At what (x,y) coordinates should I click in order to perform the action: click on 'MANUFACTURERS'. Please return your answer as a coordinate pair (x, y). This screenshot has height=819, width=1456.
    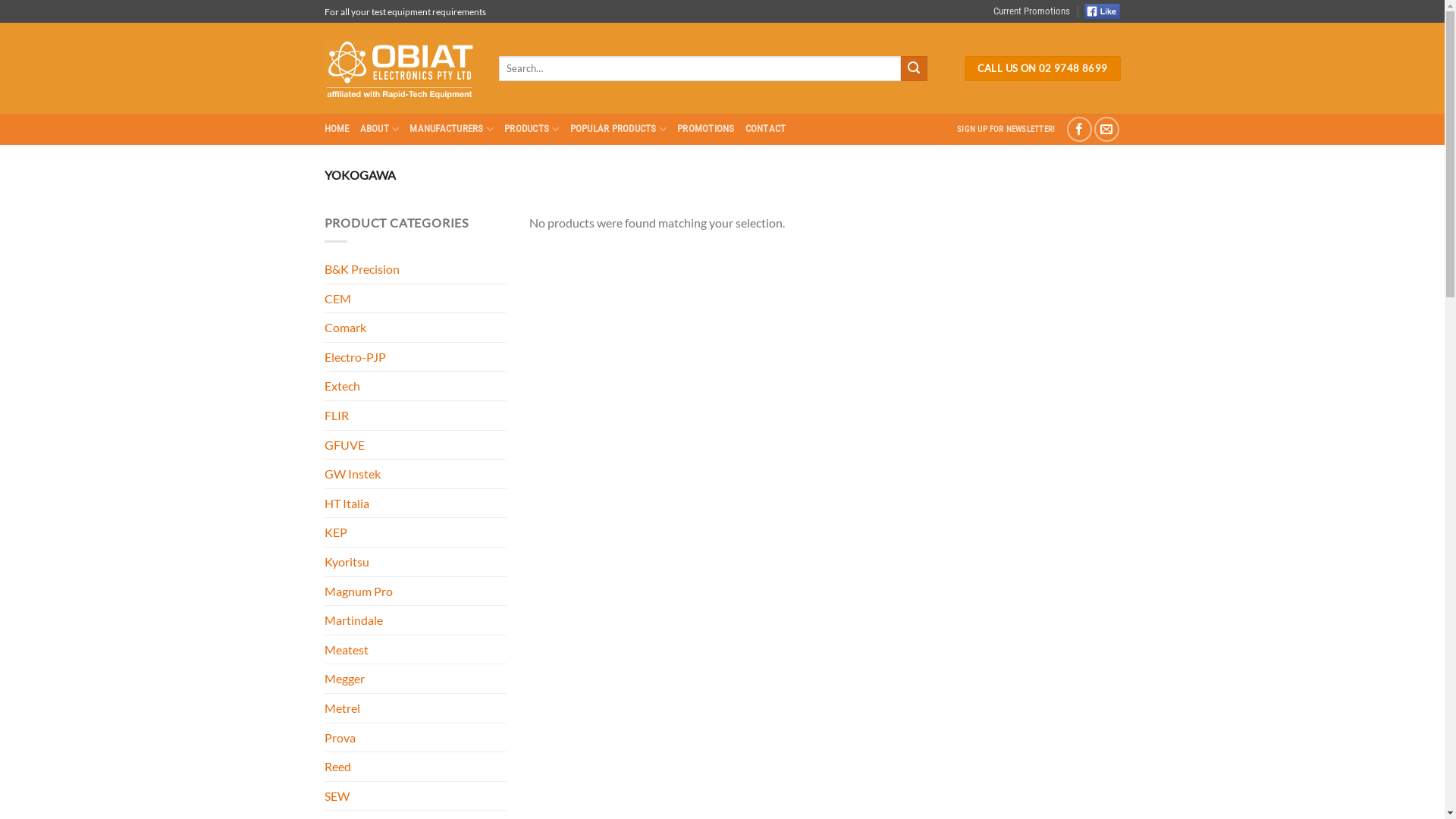
    Looking at the image, I should click on (450, 127).